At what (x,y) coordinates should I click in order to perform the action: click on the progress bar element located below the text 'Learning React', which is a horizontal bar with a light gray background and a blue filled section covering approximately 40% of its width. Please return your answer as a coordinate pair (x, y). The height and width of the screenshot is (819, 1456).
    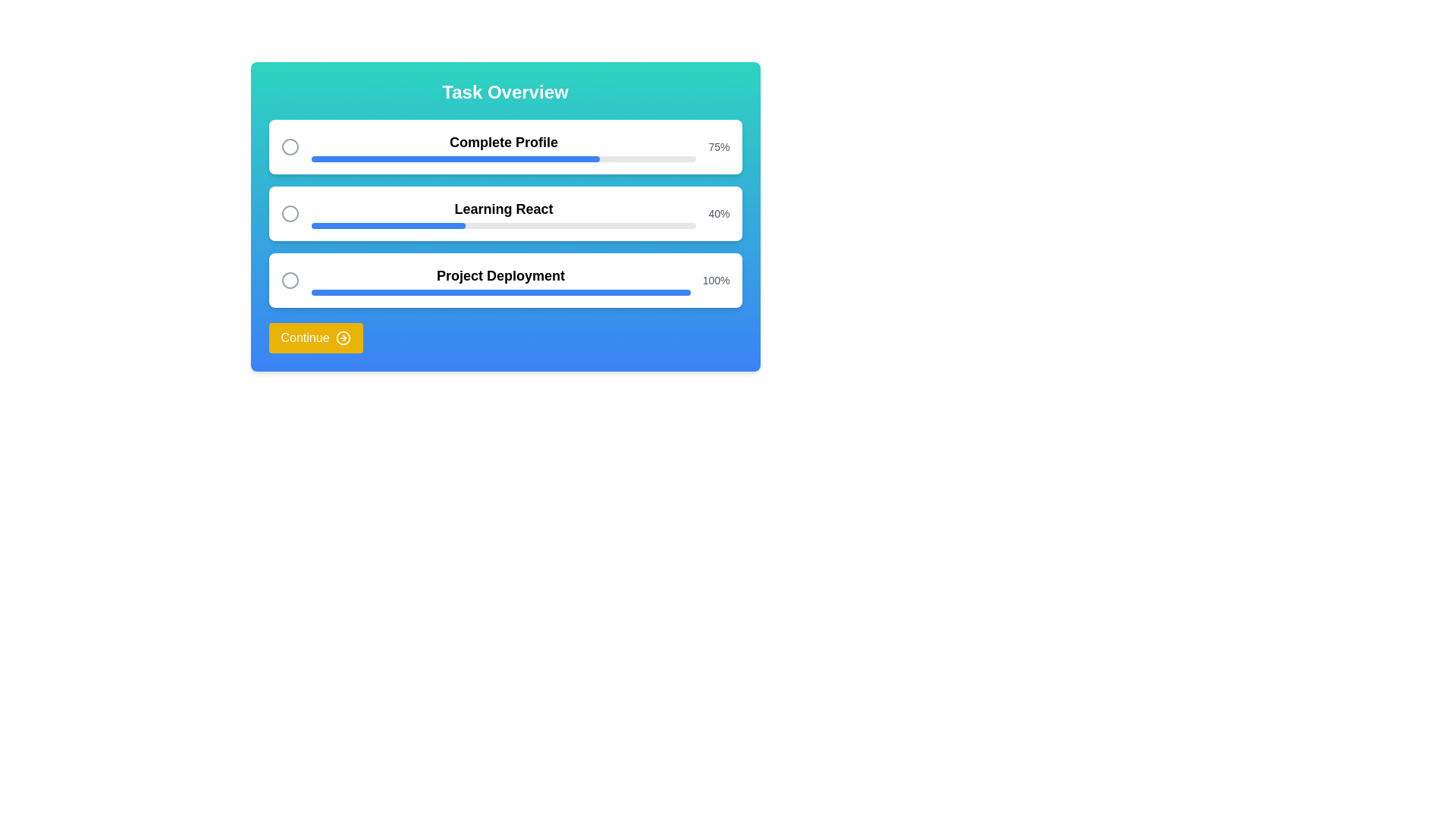
    Looking at the image, I should click on (504, 225).